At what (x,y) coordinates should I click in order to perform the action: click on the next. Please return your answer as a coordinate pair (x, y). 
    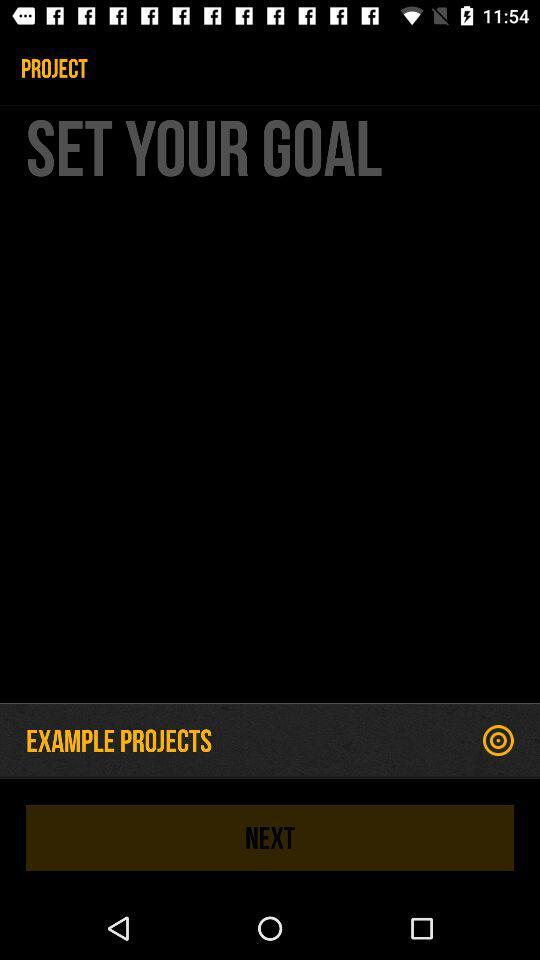
    Looking at the image, I should click on (270, 837).